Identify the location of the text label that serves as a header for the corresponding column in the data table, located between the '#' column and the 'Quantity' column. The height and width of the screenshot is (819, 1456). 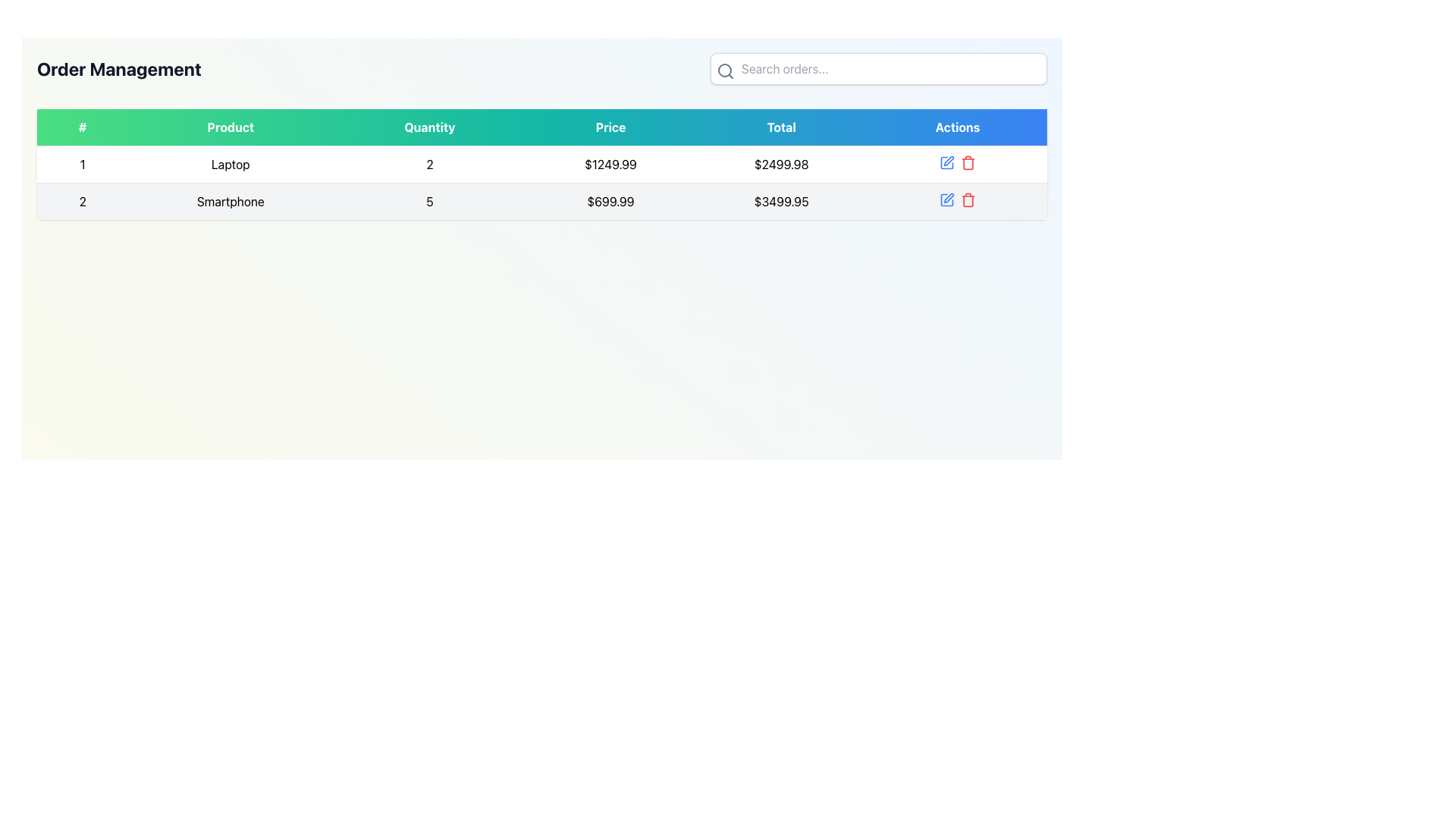
(230, 127).